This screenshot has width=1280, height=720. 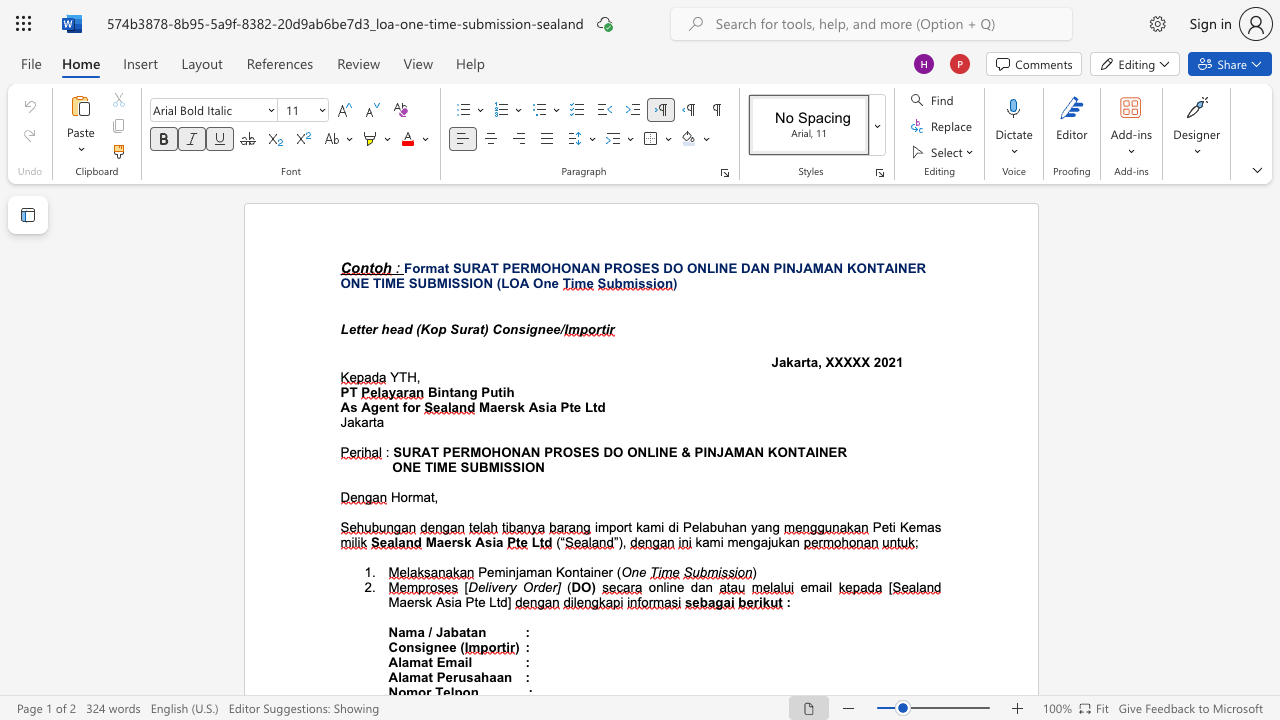 What do you see at coordinates (676, 586) in the screenshot?
I see `the subset text "e dan" within the text "online dan"` at bounding box center [676, 586].